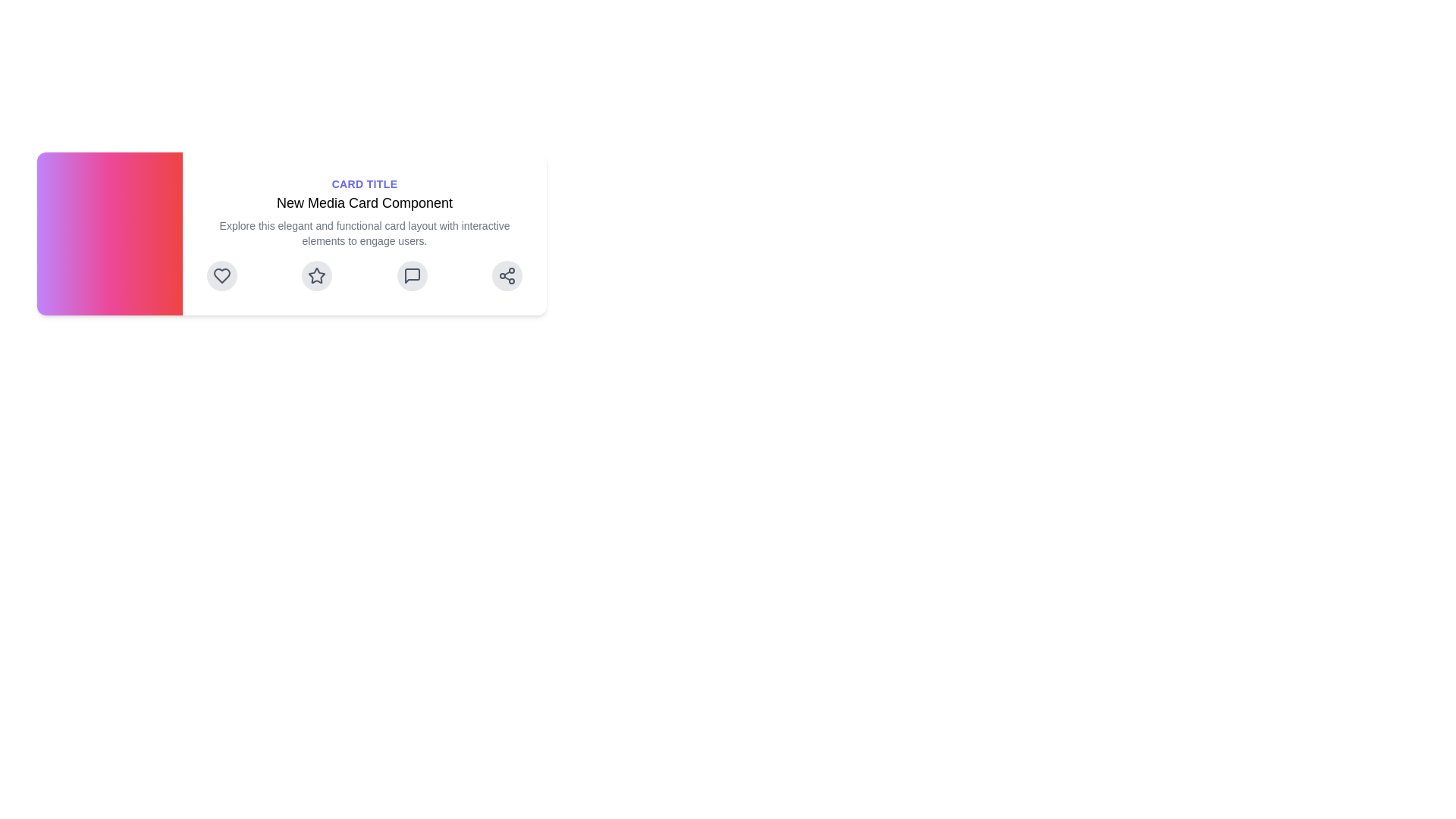  I want to click on the circular button with a light gray background and a darker gray star icon at its center to favorite or rate, which is the second button from the left in a horizontal arrangement, so click(315, 275).